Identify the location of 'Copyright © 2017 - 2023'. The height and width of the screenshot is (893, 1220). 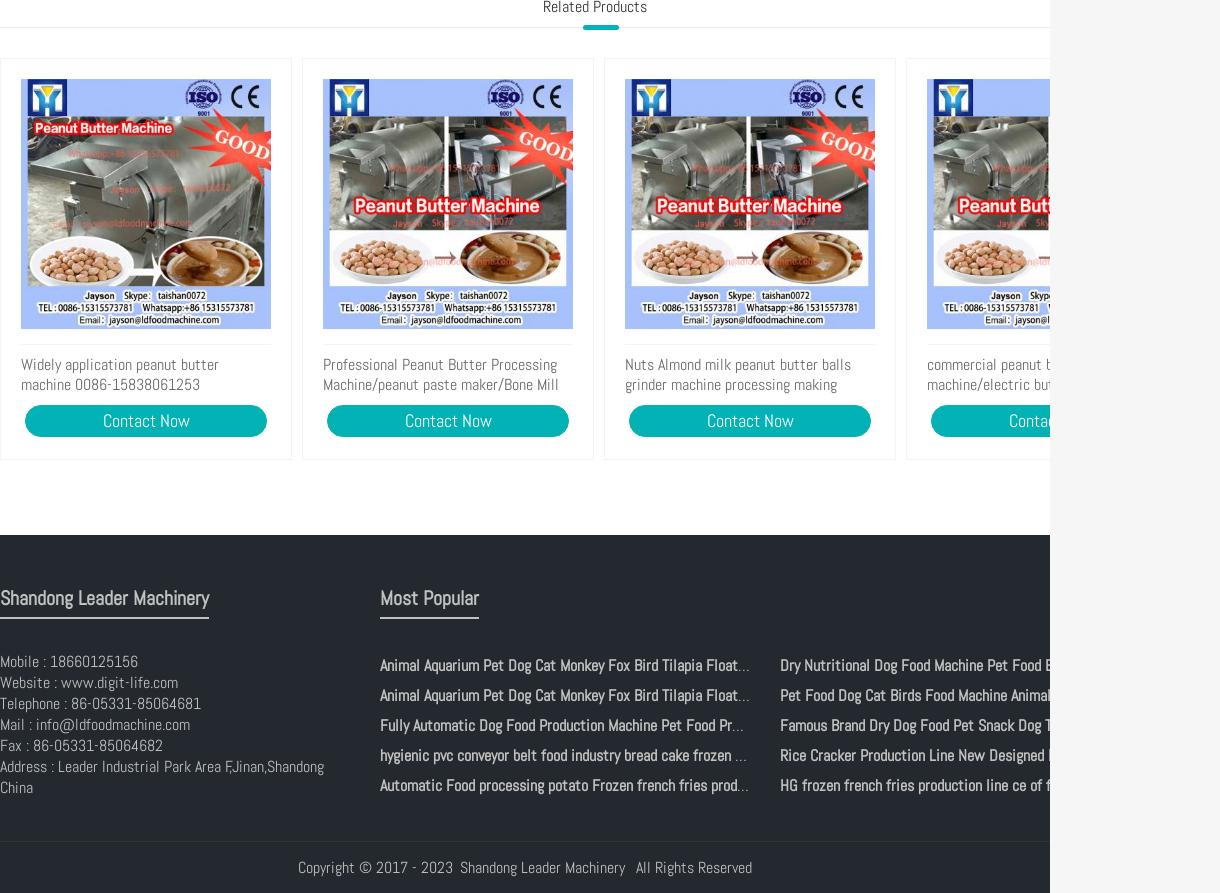
(374, 866).